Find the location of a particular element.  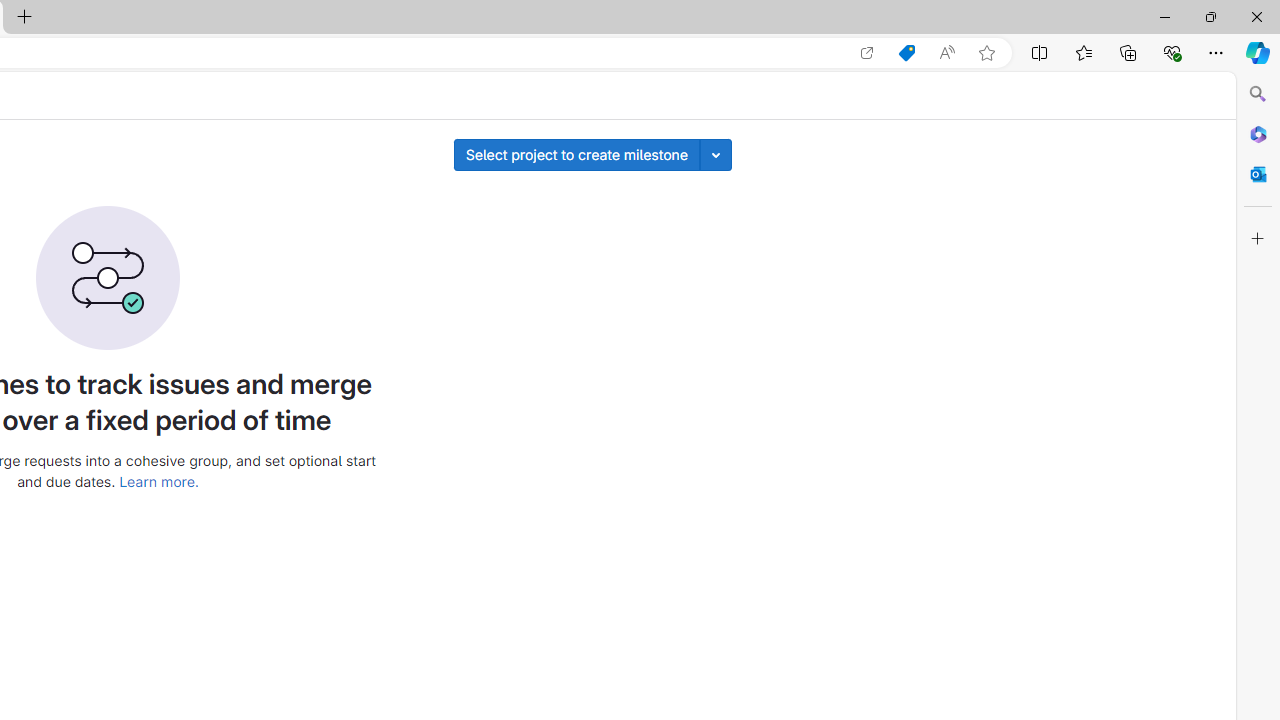

'Close Outlook pane' is located at coordinates (1257, 173).